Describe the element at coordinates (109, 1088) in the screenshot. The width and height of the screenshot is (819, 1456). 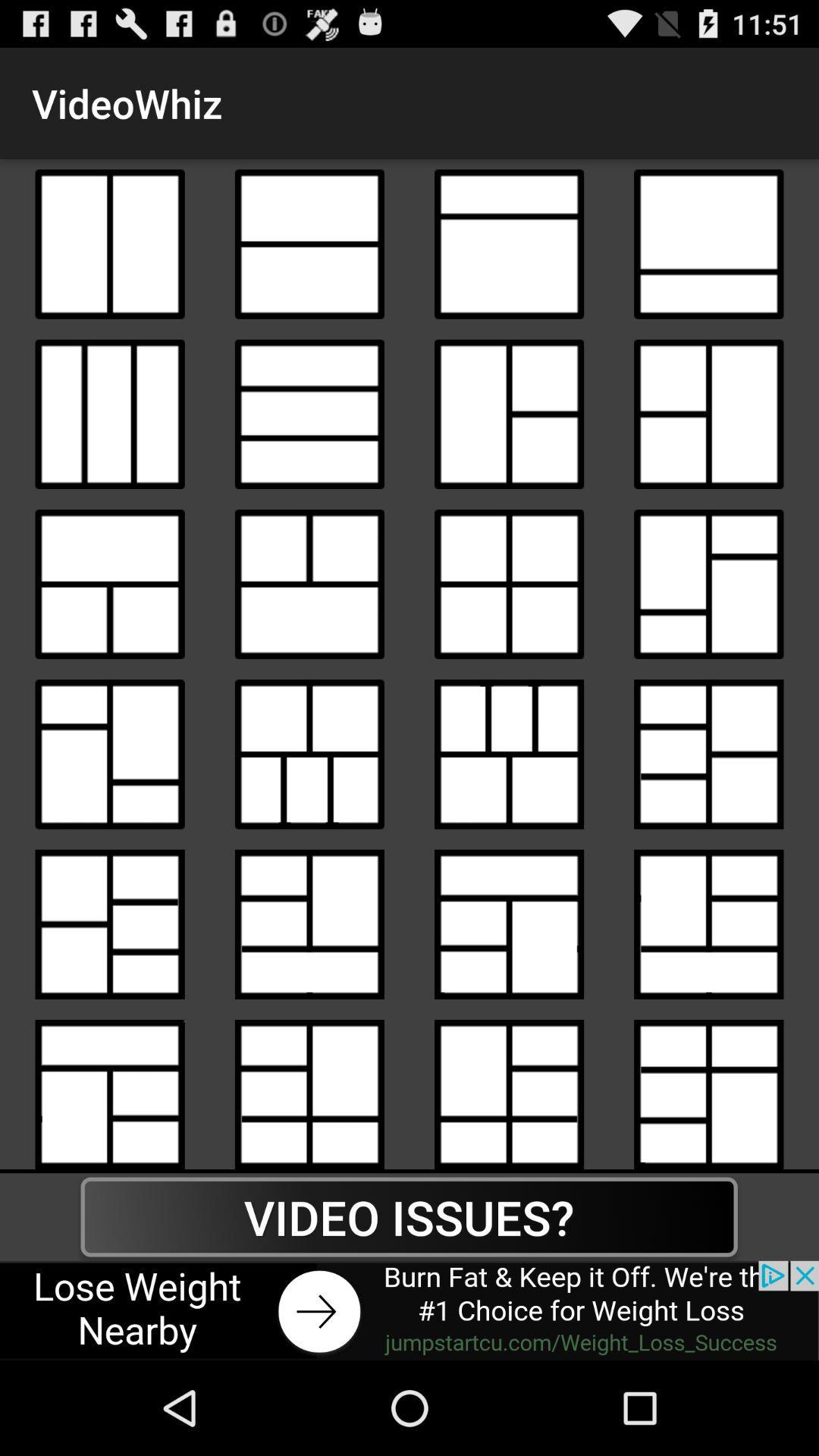
I see `videowhiz option` at that location.